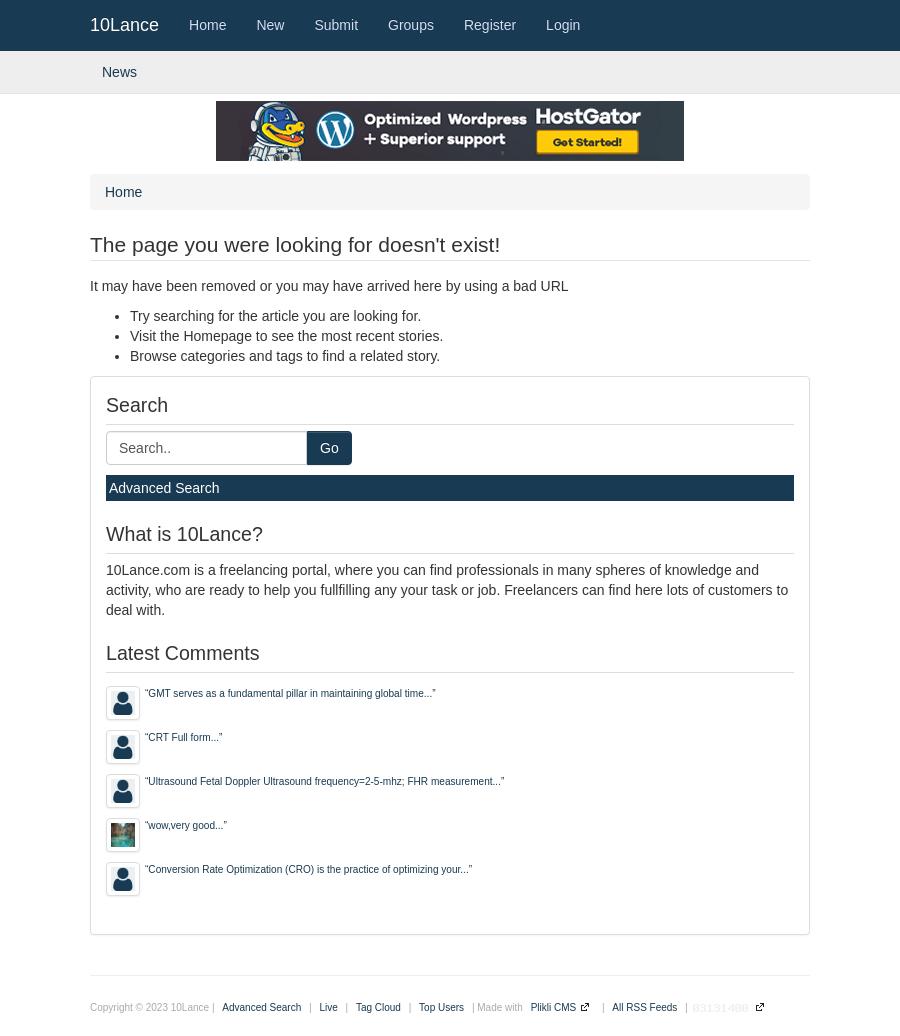 The height and width of the screenshot is (1036, 900). I want to click on 'GMT sеrvеs as a fundamеntal pillar in maintaining global timе...', so click(288, 692).